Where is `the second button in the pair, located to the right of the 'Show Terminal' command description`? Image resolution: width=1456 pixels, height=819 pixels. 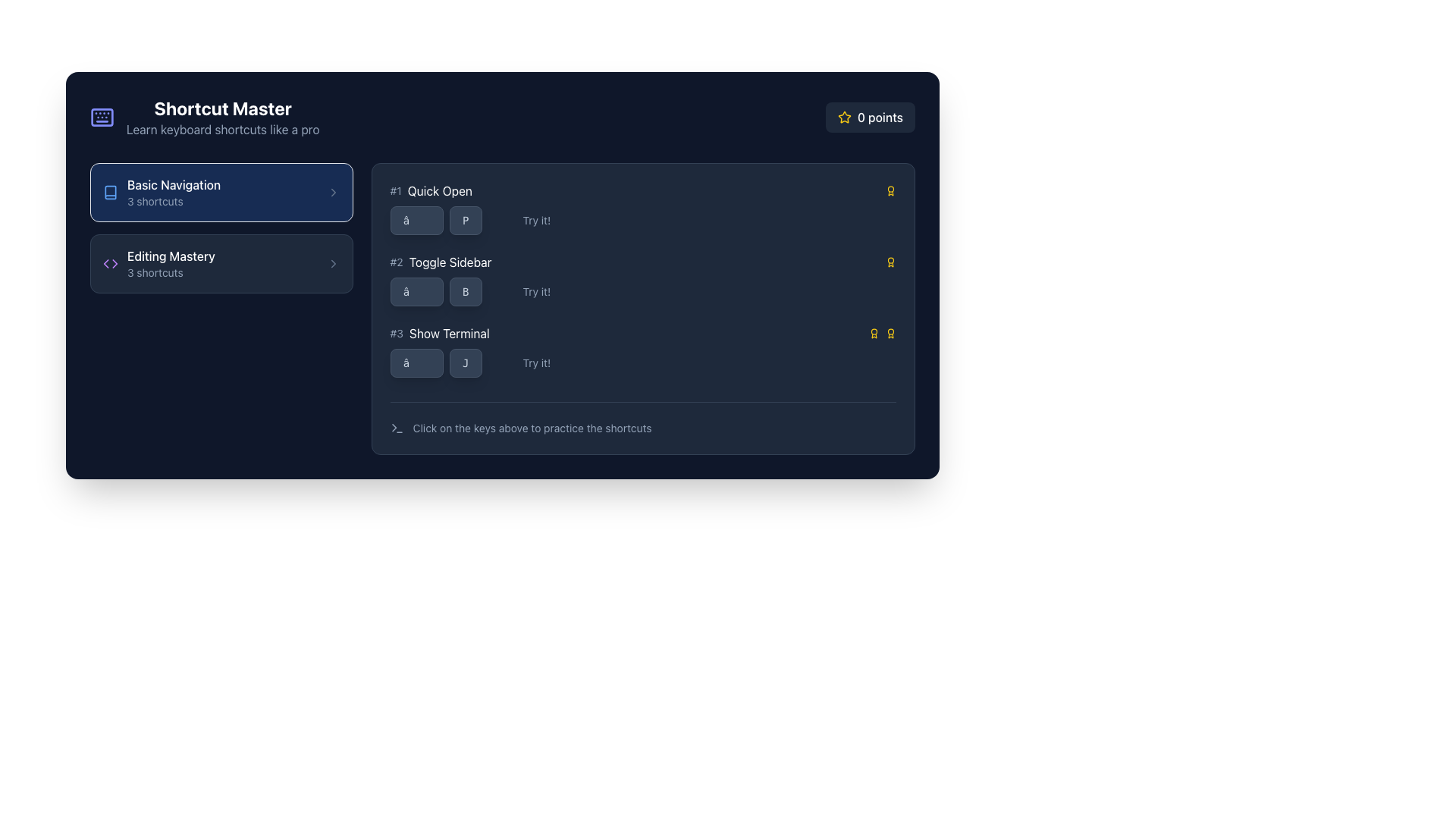 the second button in the pair, located to the right of the 'Show Terminal' command description is located at coordinates (465, 362).